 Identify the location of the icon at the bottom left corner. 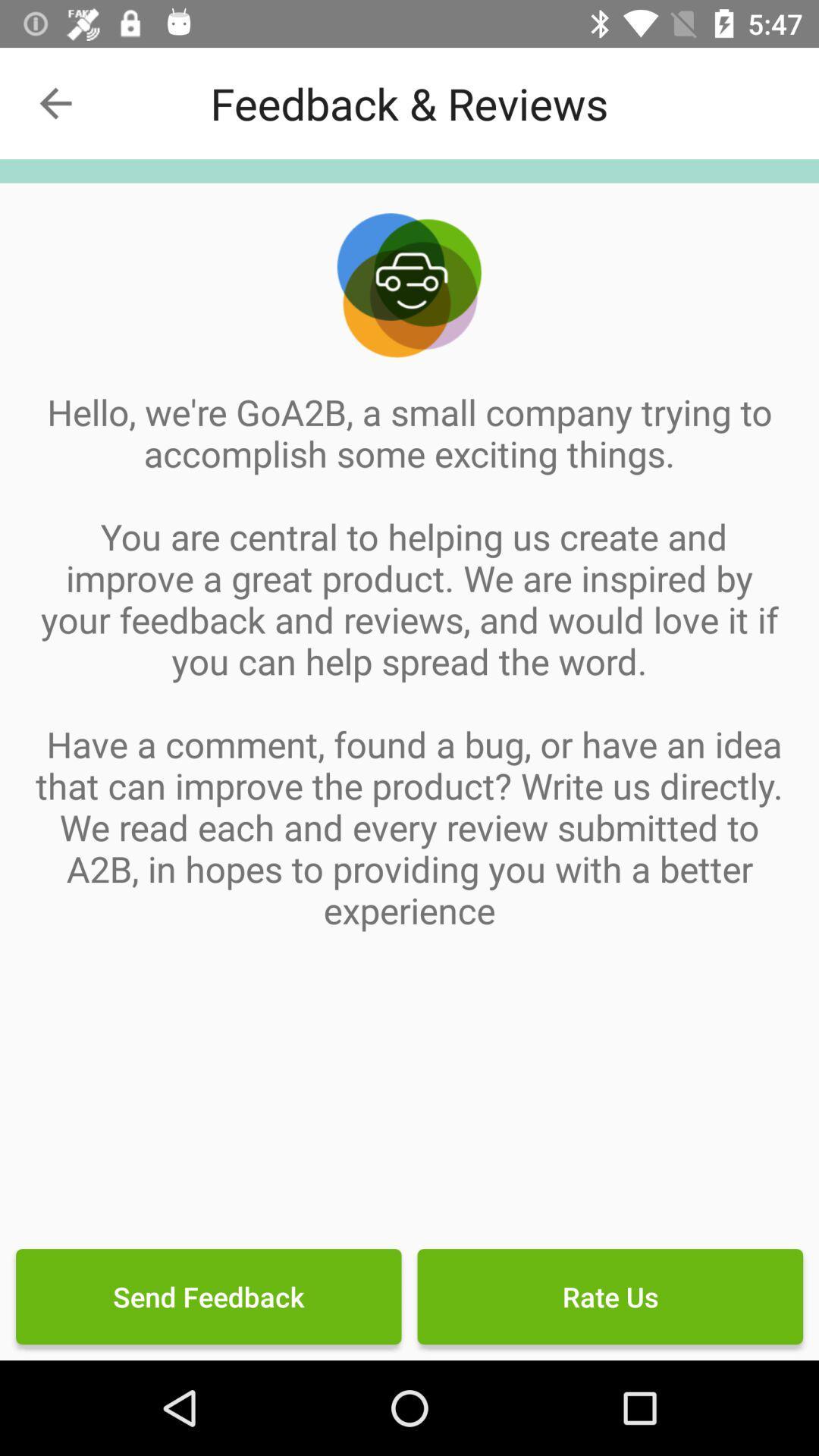
(209, 1295).